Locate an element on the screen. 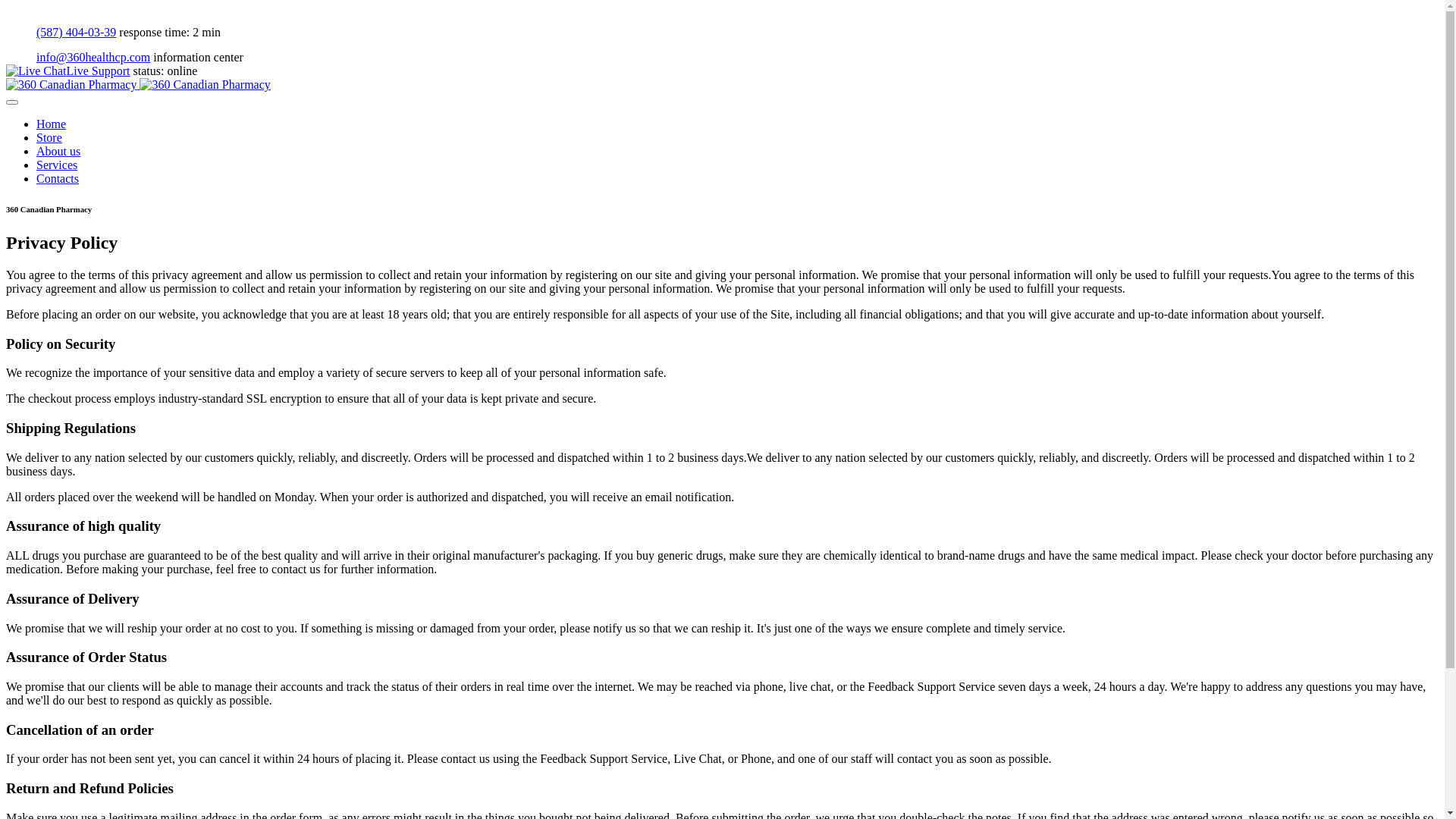 The height and width of the screenshot is (819, 1456). 'Services' is located at coordinates (57, 165).